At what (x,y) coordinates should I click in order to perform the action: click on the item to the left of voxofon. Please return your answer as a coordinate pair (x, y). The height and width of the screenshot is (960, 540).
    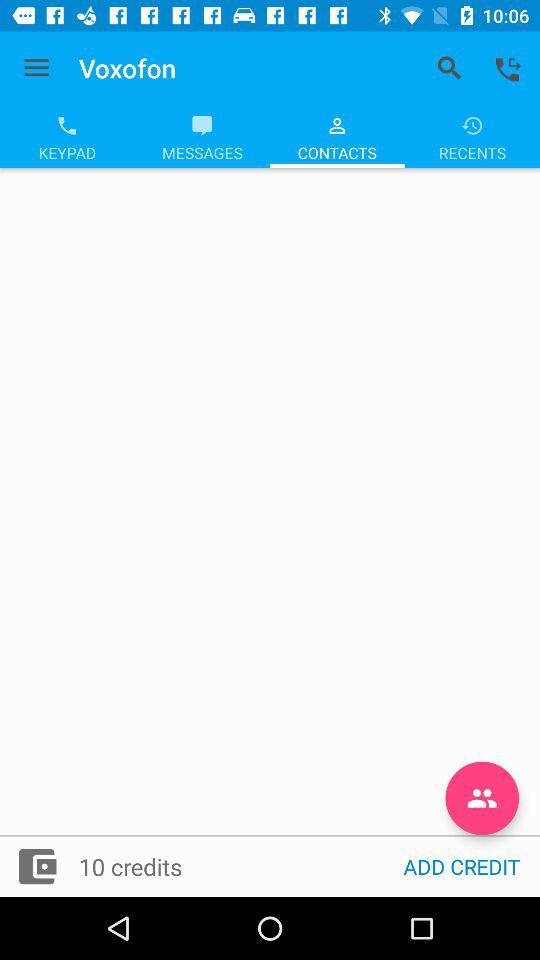
    Looking at the image, I should click on (36, 68).